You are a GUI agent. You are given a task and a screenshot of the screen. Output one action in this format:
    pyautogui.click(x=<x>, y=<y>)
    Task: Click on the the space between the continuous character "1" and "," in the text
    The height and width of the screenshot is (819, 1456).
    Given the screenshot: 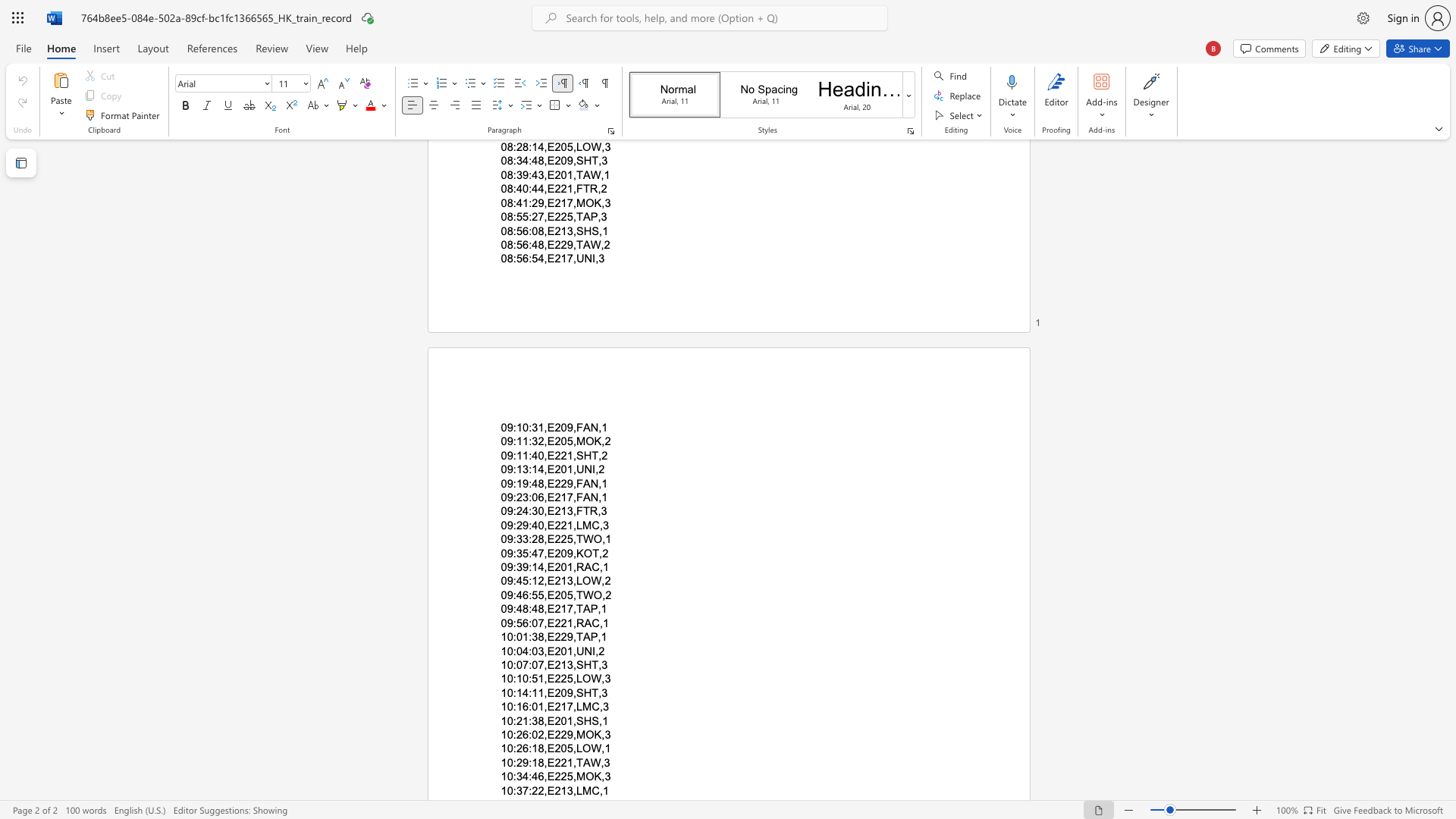 What is the action you would take?
    pyautogui.click(x=571, y=567)
    